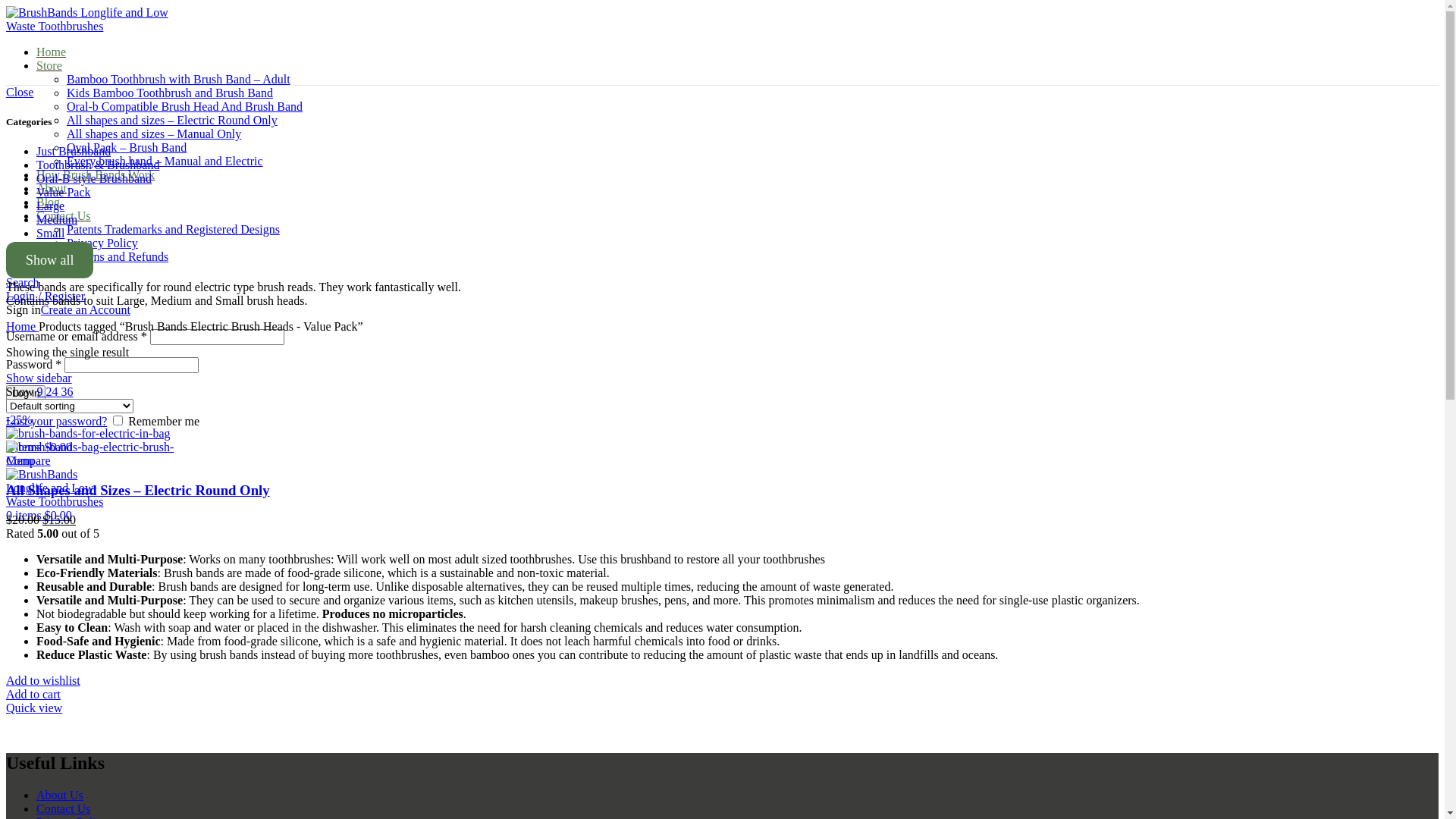 Image resolution: width=1456 pixels, height=819 pixels. Describe the element at coordinates (51, 187) in the screenshot. I see `'About'` at that location.